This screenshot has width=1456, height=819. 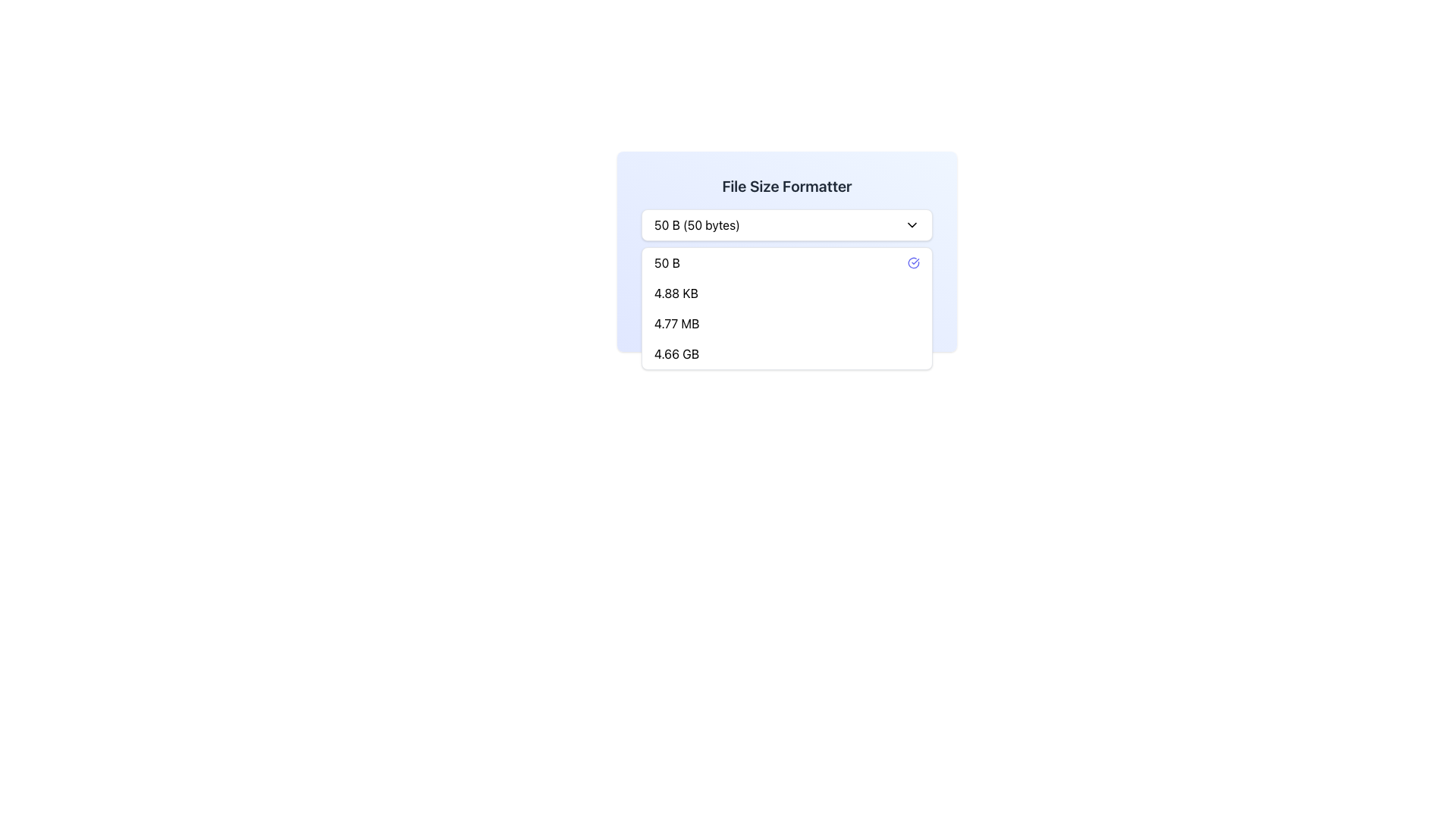 I want to click on the first option in the 'File Size Formatter' dropdown menu, so click(x=786, y=262).